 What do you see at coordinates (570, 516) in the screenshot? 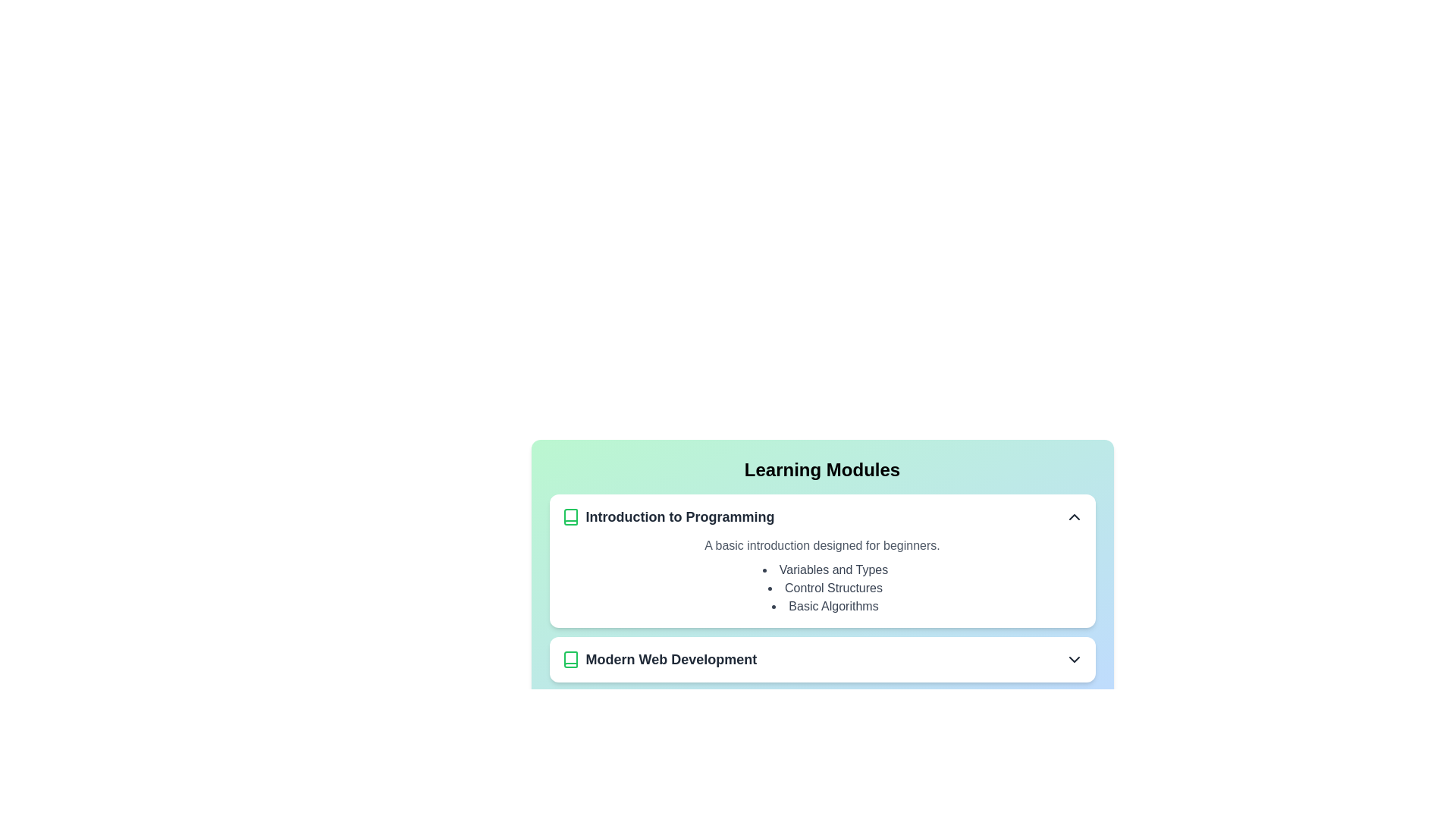
I see `the green book icon located to the left of the 'Introduction to Programming' text within the 'Learning Modules' section` at bounding box center [570, 516].